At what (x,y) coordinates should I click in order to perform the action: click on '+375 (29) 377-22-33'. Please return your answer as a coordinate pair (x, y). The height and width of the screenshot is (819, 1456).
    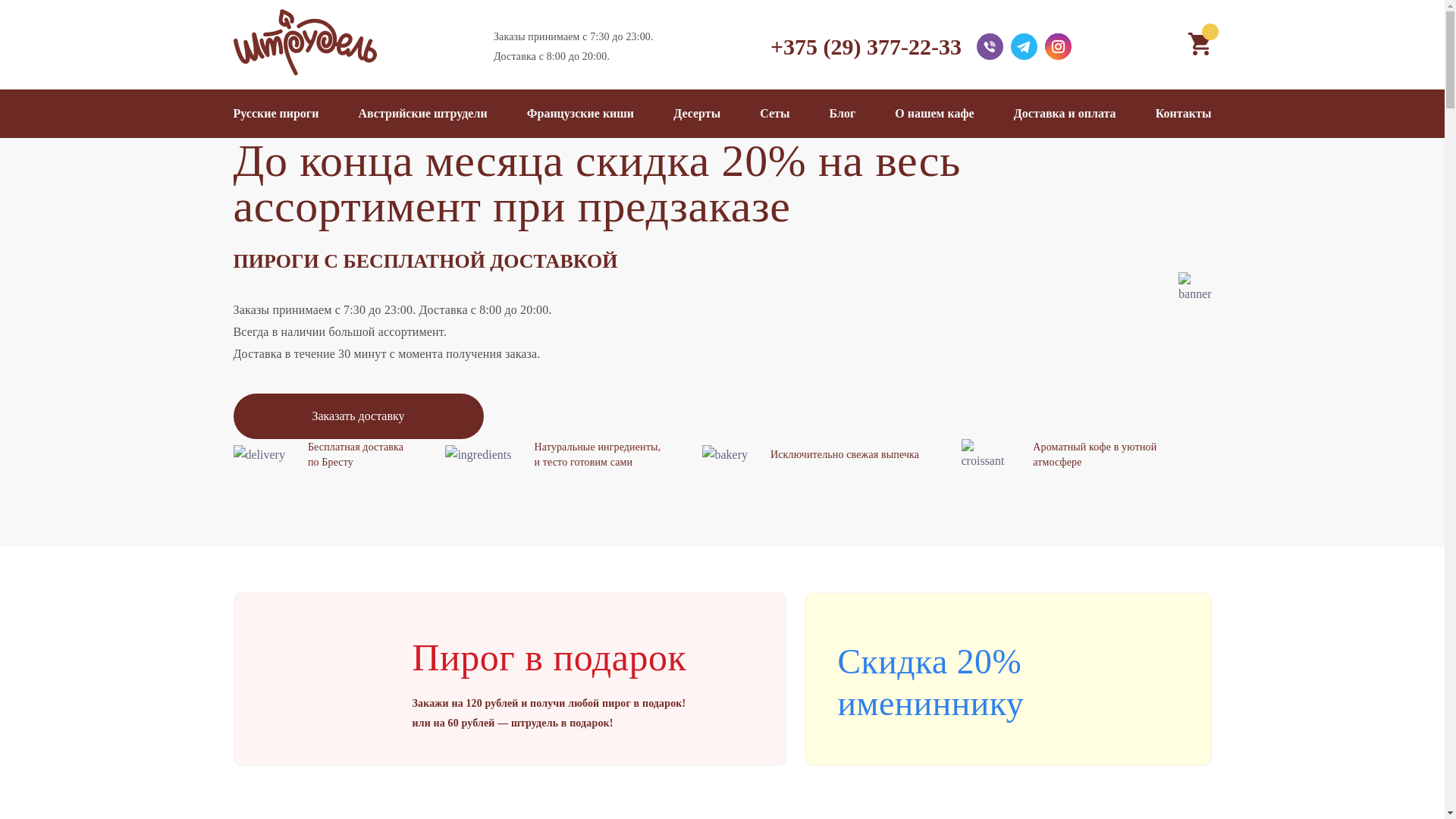
    Looking at the image, I should click on (866, 45).